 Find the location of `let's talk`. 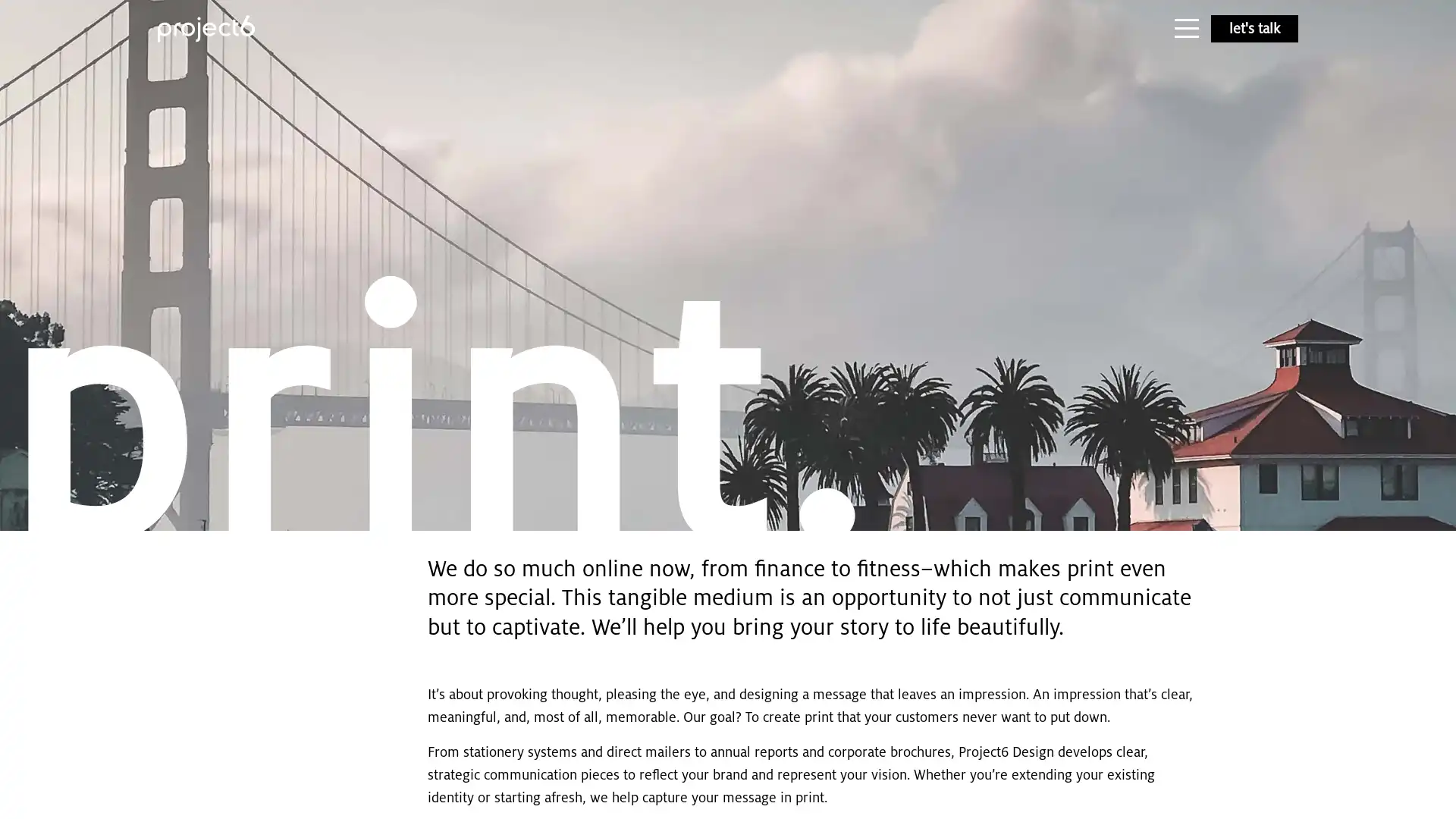

let's talk is located at coordinates (1254, 29).